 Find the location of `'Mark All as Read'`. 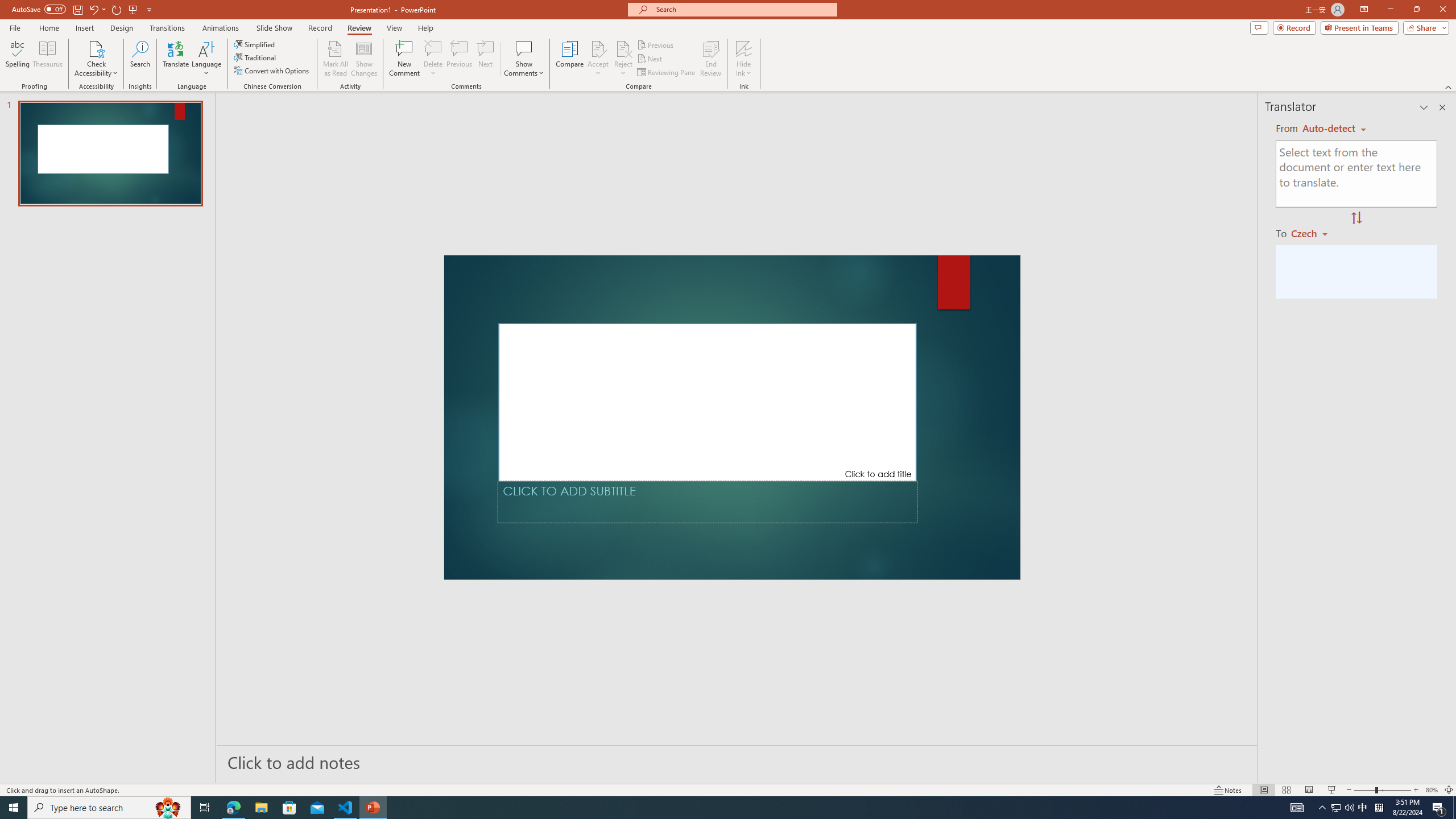

'Mark All as Read' is located at coordinates (336, 59).